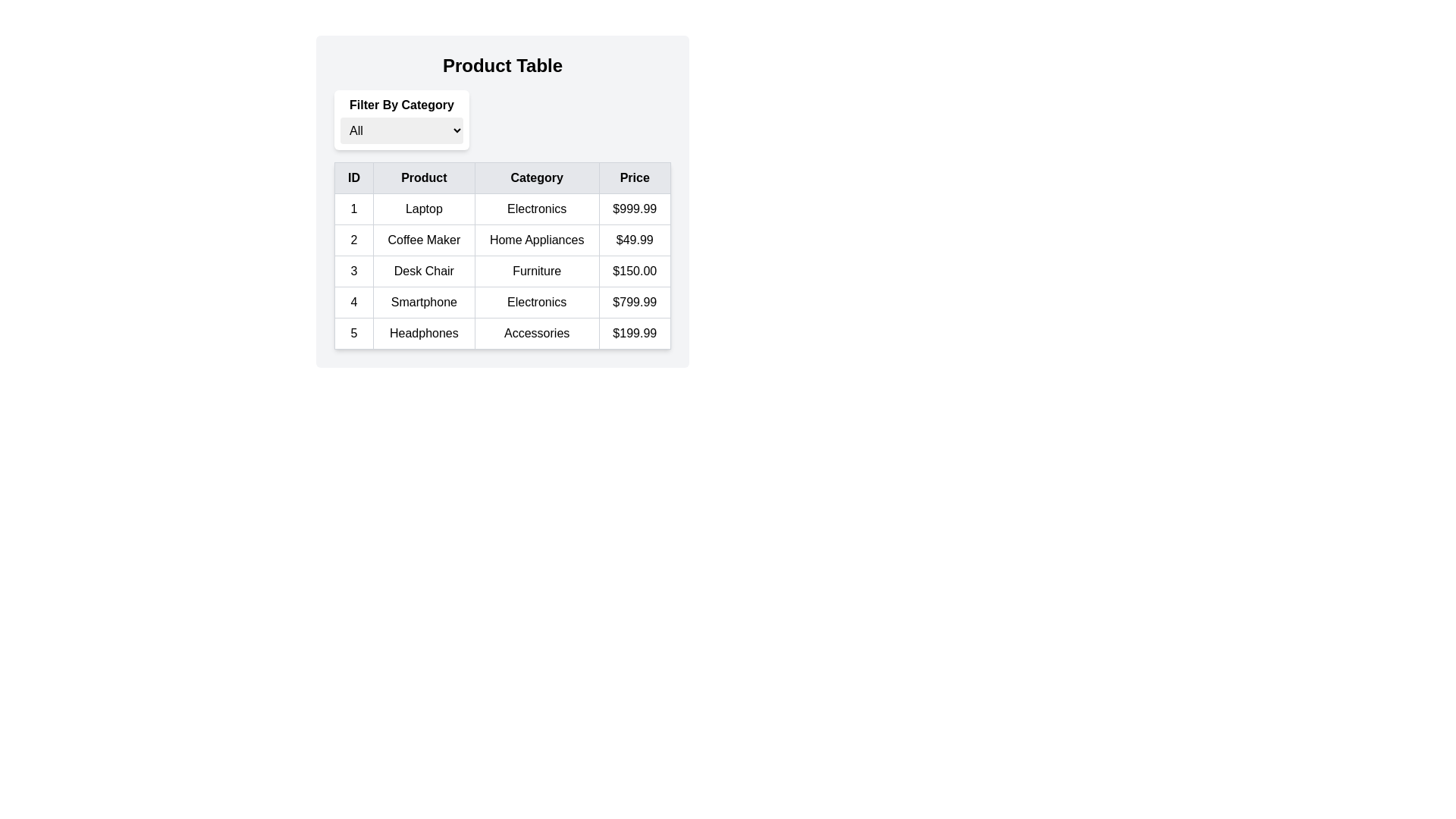 Image resolution: width=1456 pixels, height=819 pixels. What do you see at coordinates (353, 177) in the screenshot?
I see `the 'ID' column header cell of the data table, which is the first cell in the header row indicating the data below belongs to the 'ID' category` at bounding box center [353, 177].